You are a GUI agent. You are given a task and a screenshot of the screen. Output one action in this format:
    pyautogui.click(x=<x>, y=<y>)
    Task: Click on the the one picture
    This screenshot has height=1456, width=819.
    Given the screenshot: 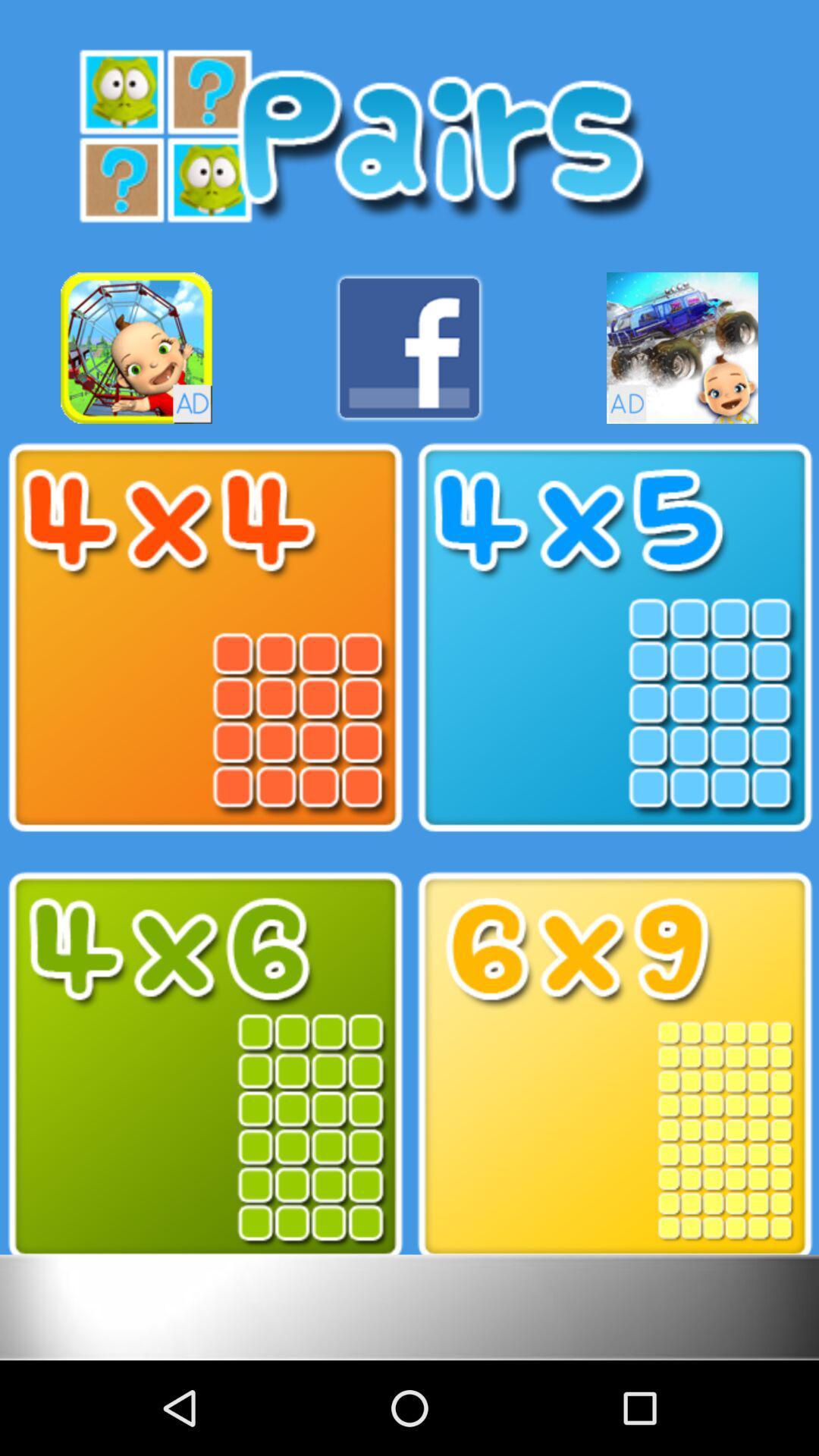 What is the action you would take?
    pyautogui.click(x=614, y=638)
    